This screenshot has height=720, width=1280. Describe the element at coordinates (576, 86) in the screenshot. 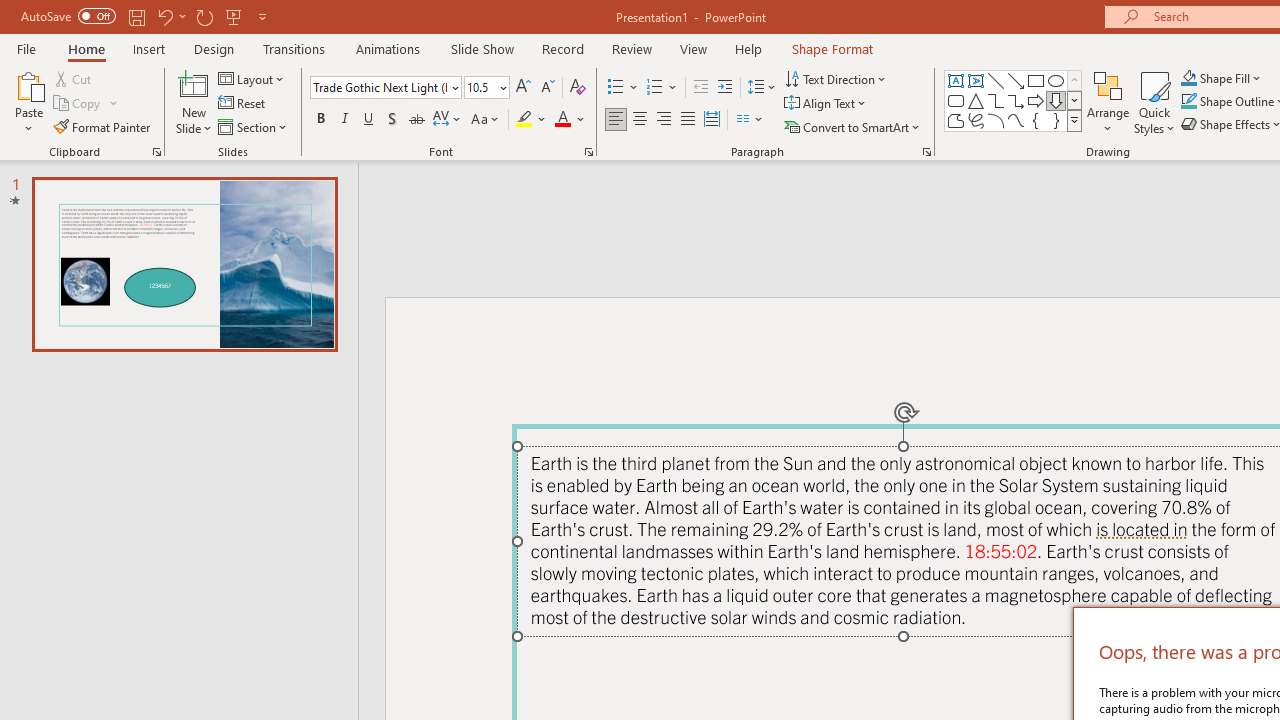

I see `'Clear Formatting'` at that location.